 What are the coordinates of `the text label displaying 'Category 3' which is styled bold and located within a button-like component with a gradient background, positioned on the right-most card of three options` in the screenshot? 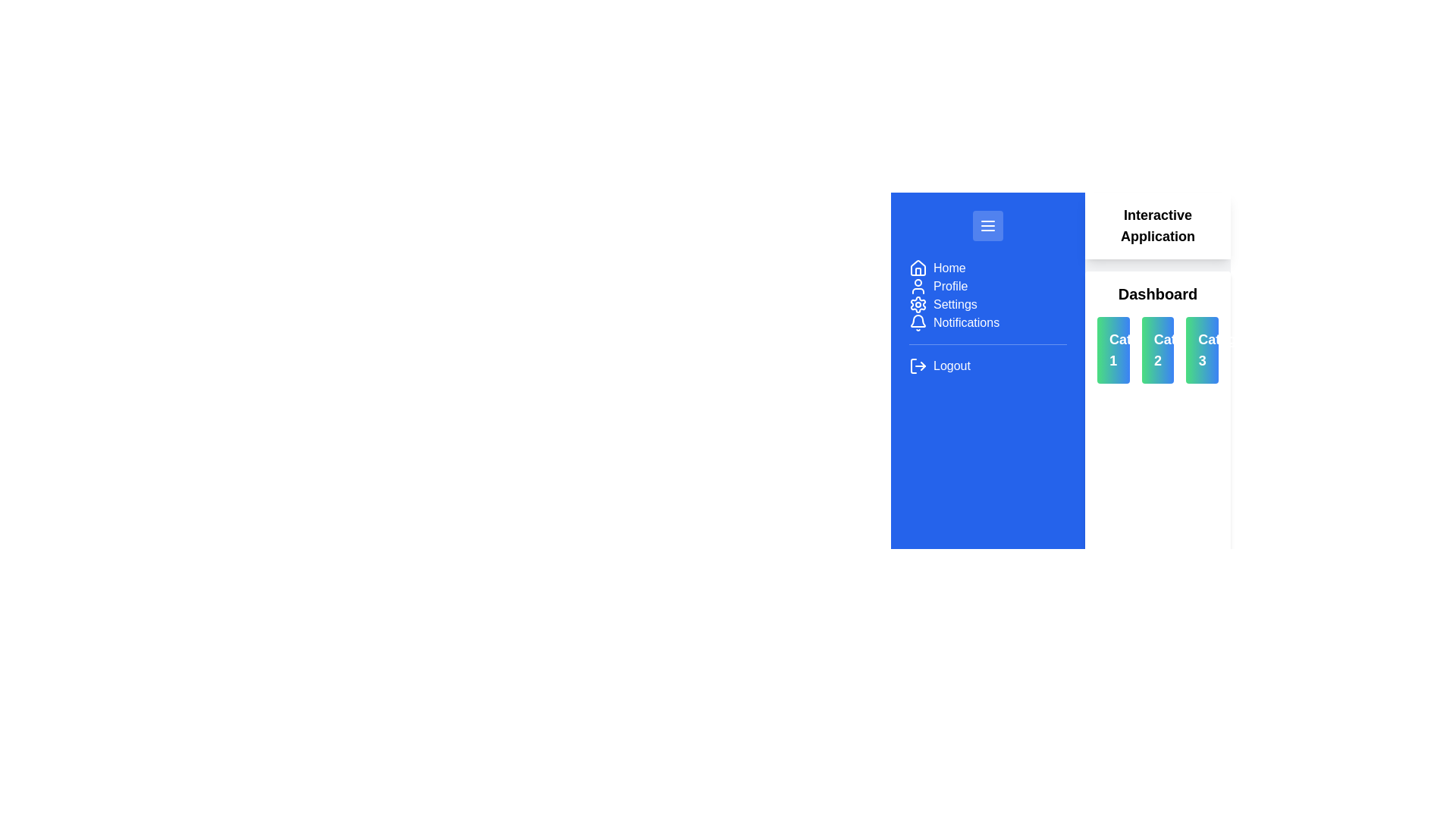 It's located at (1201, 350).